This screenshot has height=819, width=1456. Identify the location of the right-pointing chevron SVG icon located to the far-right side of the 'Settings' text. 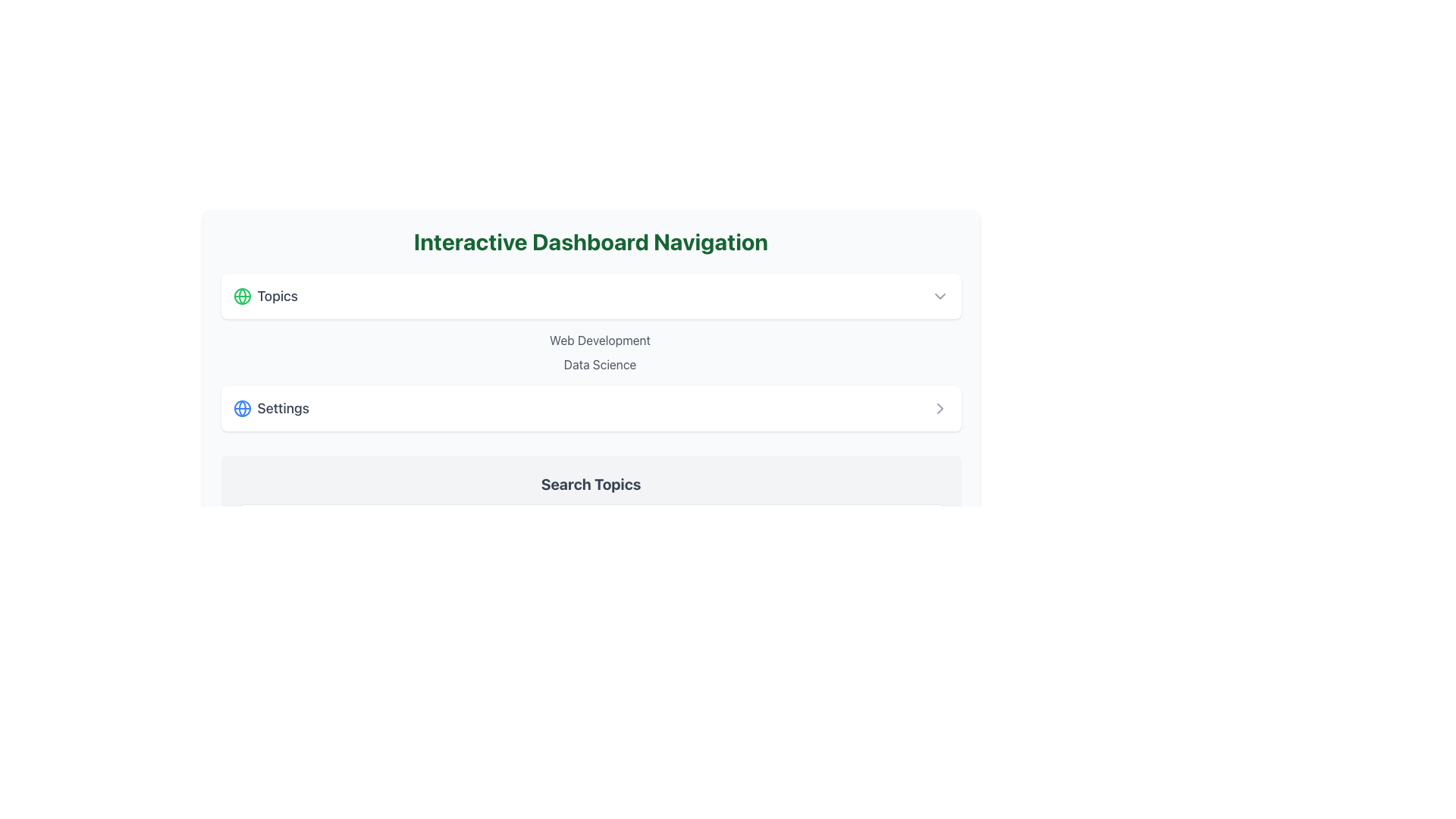
(939, 408).